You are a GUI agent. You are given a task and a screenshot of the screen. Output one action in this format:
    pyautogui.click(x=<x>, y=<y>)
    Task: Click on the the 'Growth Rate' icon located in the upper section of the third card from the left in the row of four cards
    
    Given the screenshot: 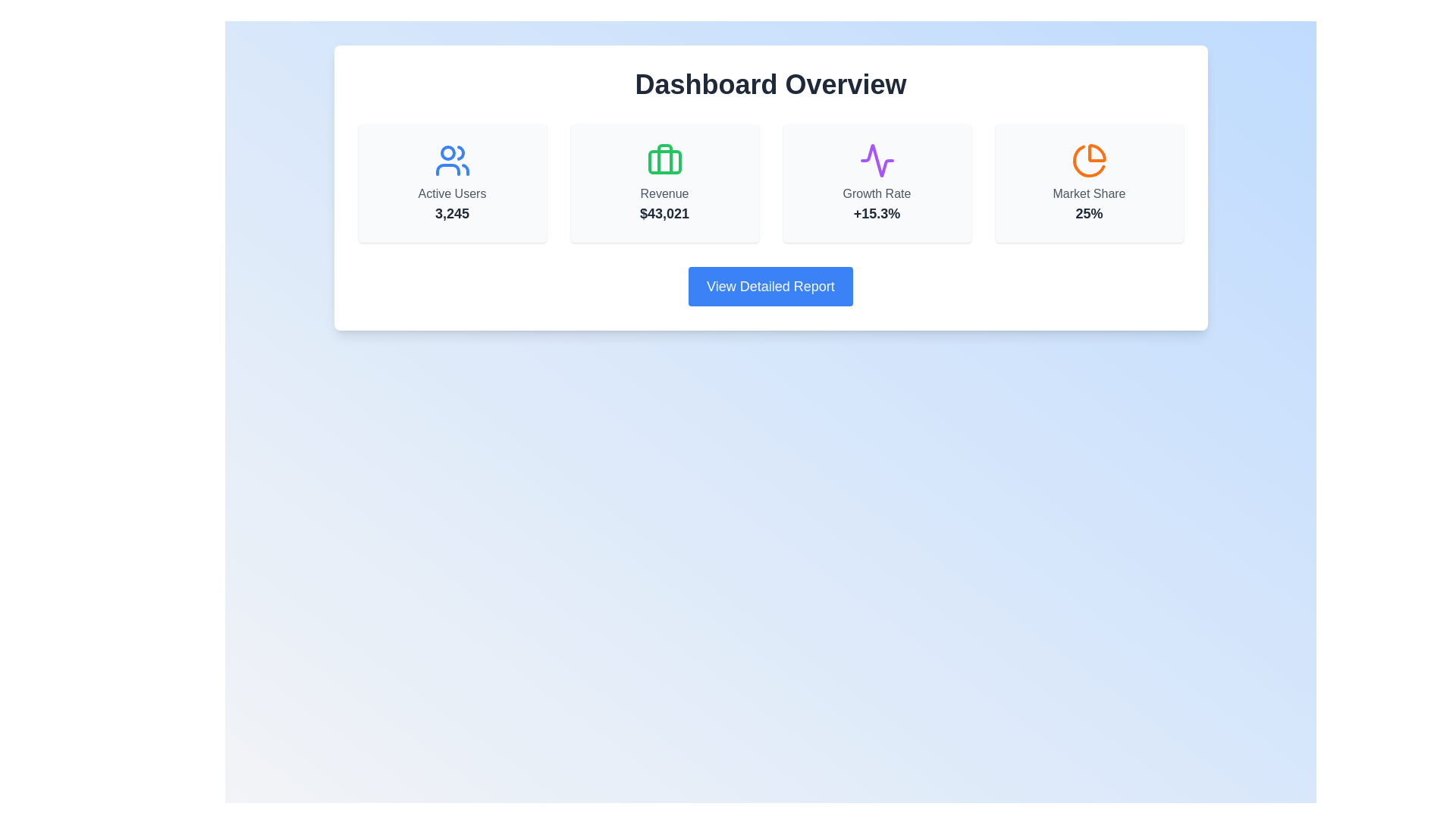 What is the action you would take?
    pyautogui.click(x=877, y=161)
    